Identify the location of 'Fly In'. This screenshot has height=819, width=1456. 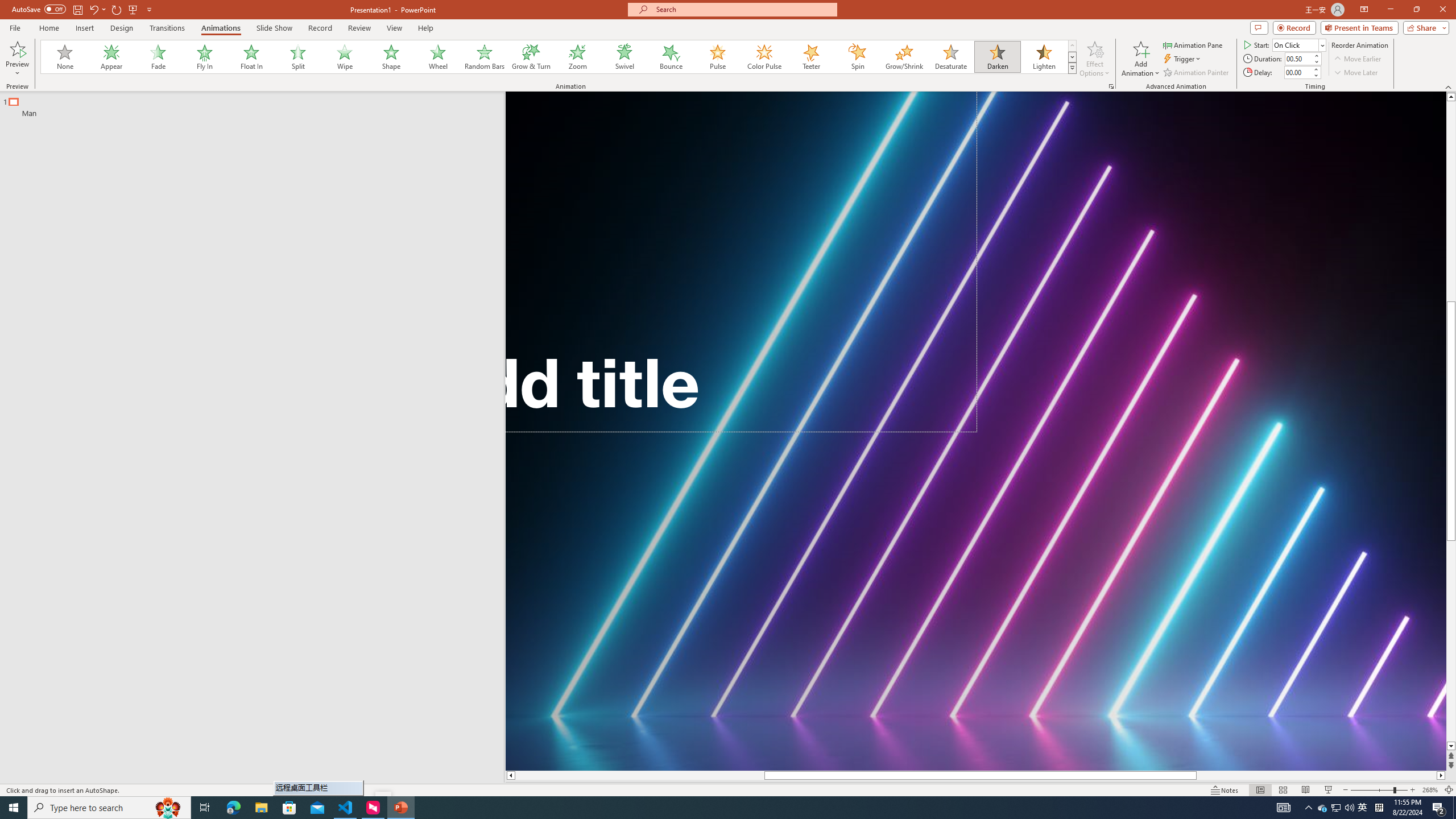
(204, 56).